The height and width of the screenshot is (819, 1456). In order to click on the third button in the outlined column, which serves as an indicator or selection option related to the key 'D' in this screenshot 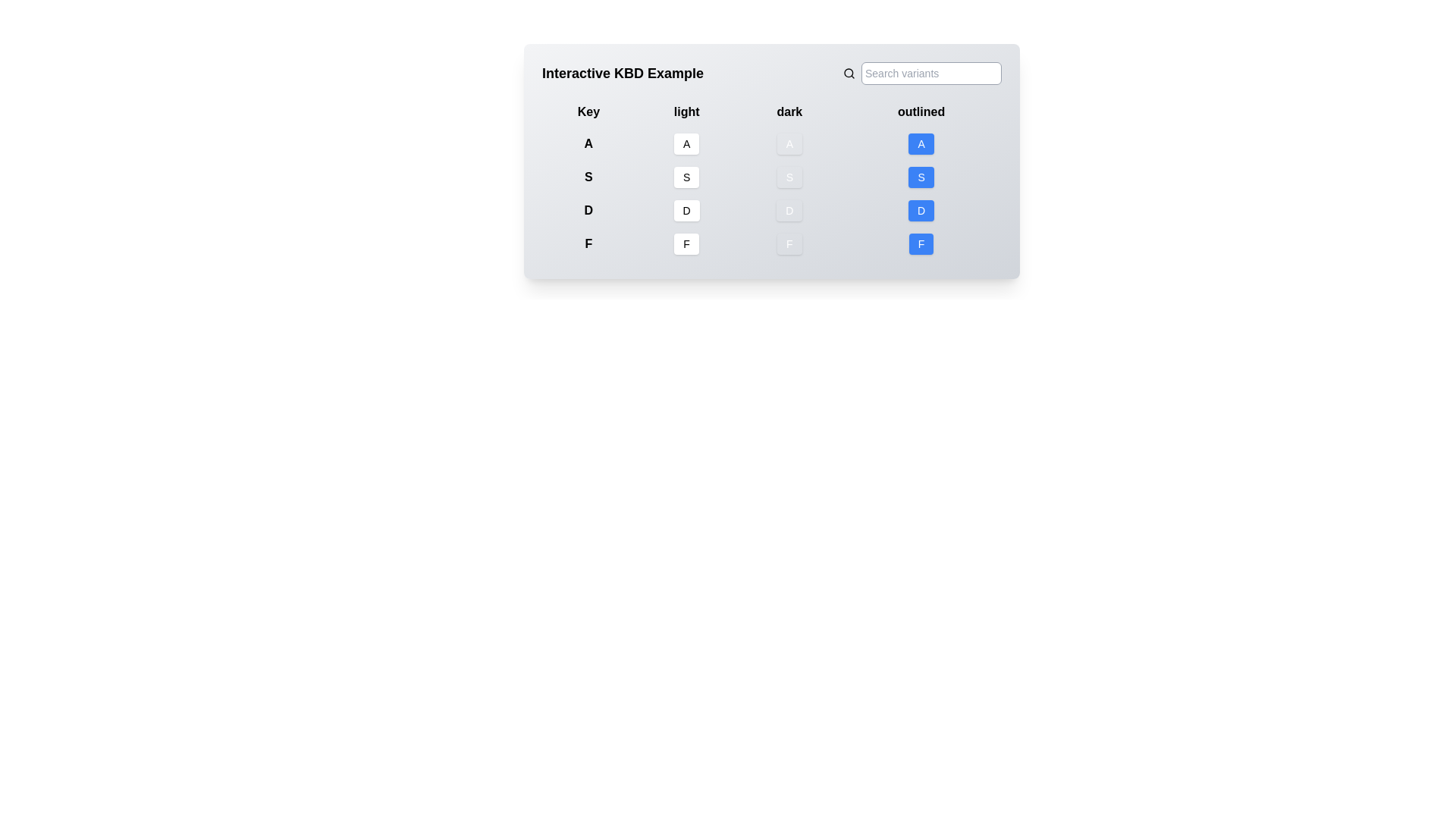, I will do `click(921, 210)`.